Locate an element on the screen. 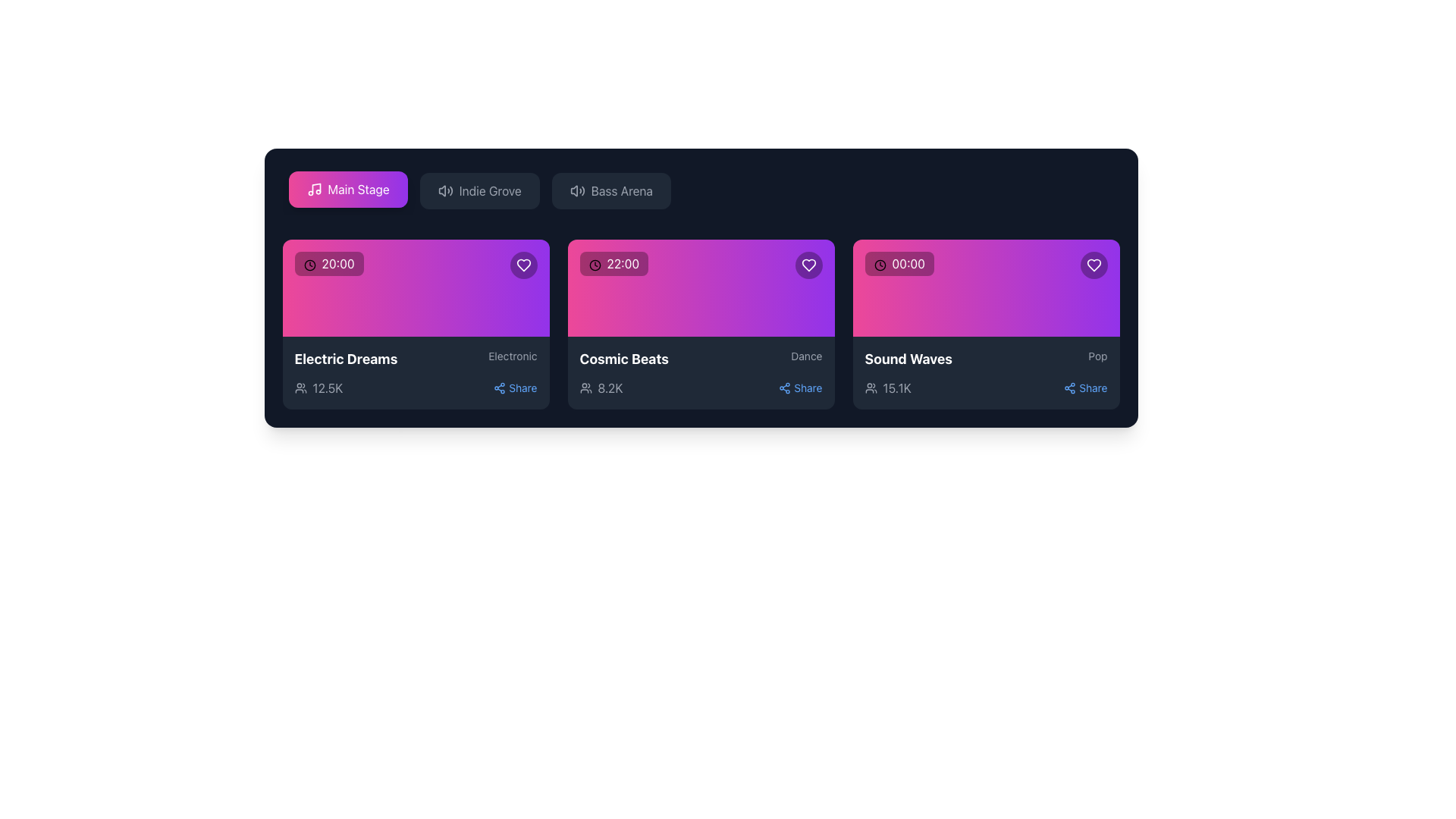 The width and height of the screenshot is (1456, 819). the text label displaying 'Electric Dreams' in bold white font, located at the bottom-left side of the first card in a horizontal row is located at coordinates (345, 359).